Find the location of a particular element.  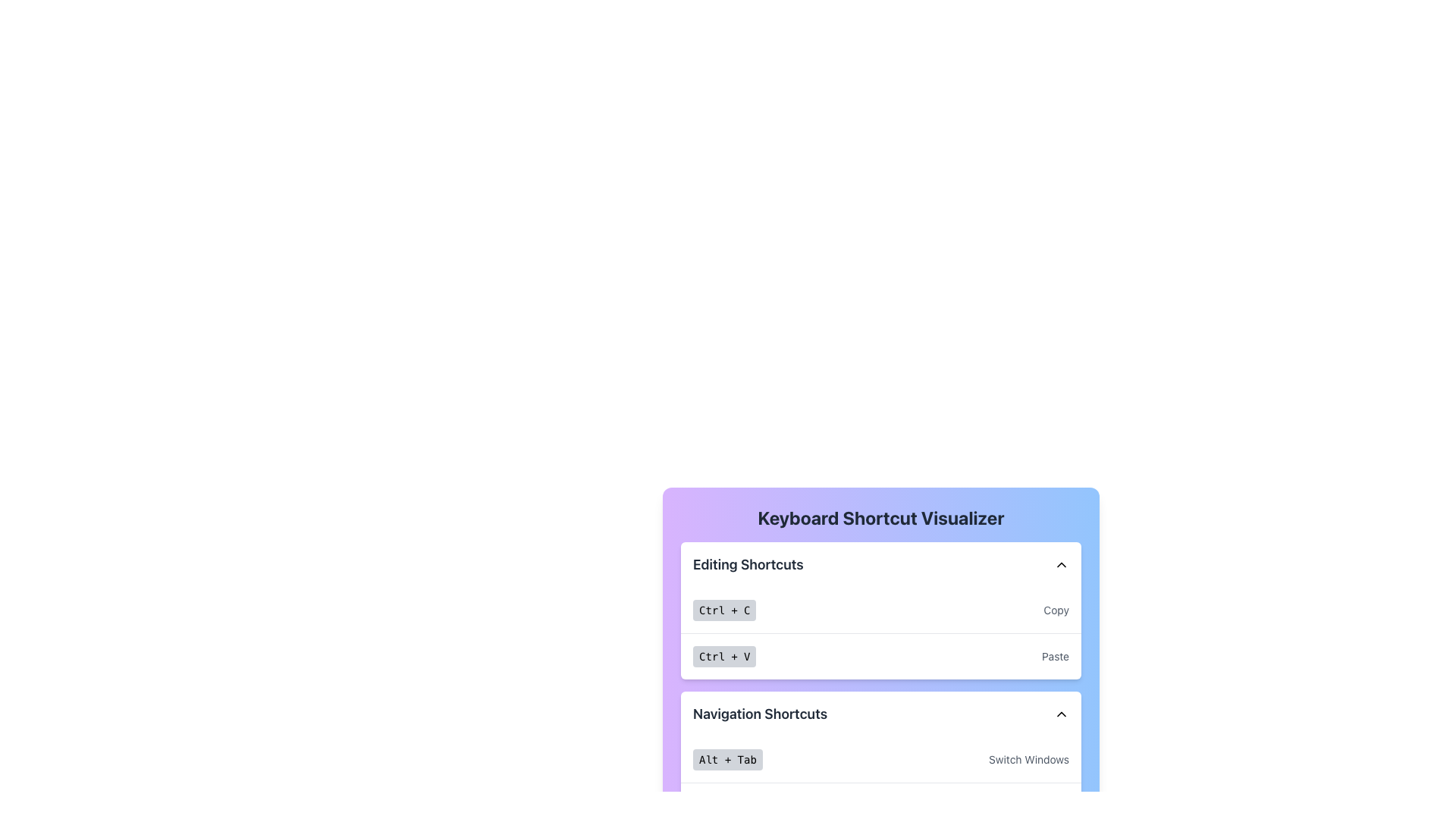

the upward chevron icon located to the right of the 'Editing Shortcuts' label is located at coordinates (1061, 564).